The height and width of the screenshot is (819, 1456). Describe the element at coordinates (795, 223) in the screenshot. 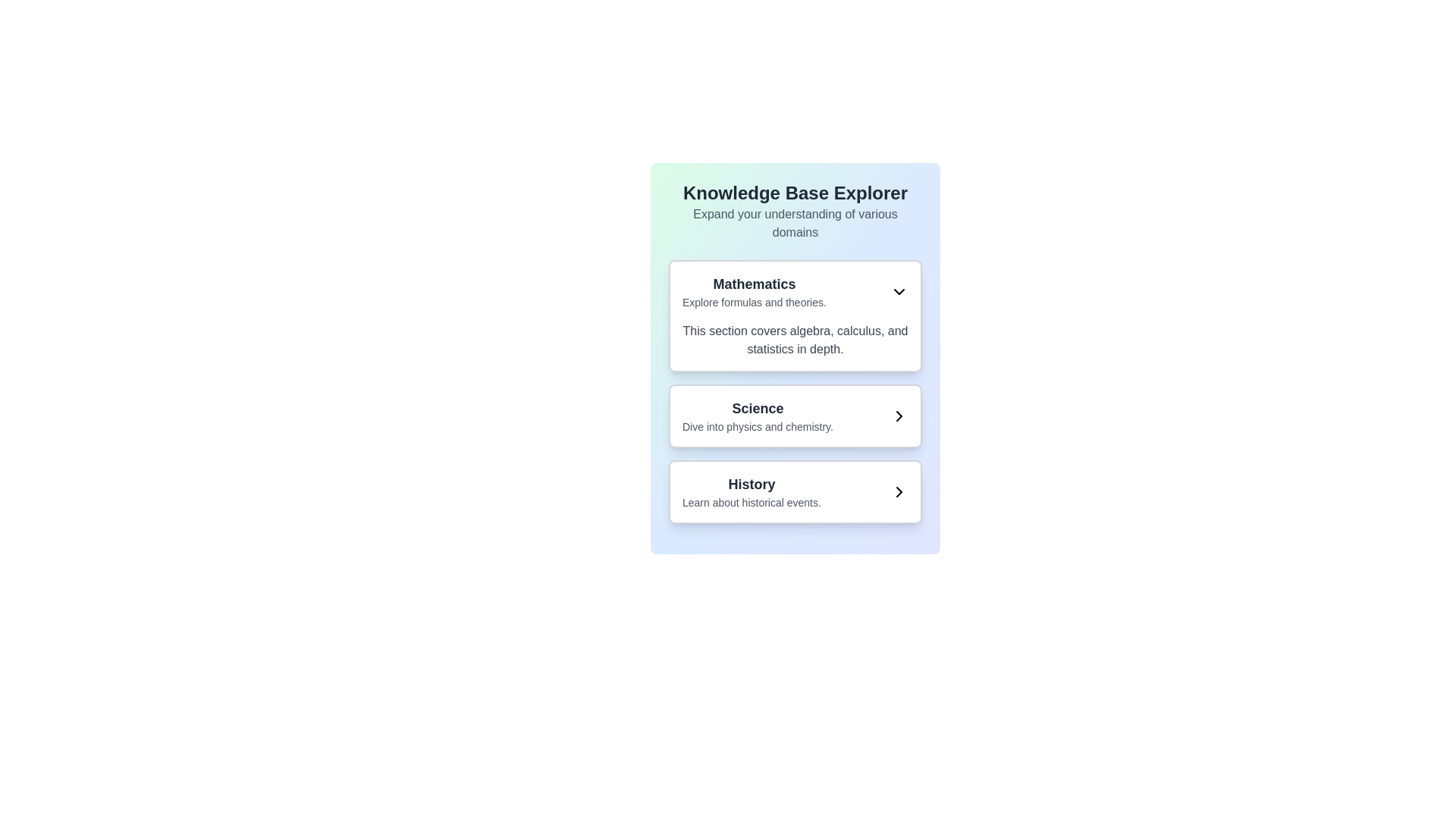

I see `the static text element displaying 'Expand your understanding of various domains', which is located directly below the 'Knowledge Base Explorer' title` at that location.